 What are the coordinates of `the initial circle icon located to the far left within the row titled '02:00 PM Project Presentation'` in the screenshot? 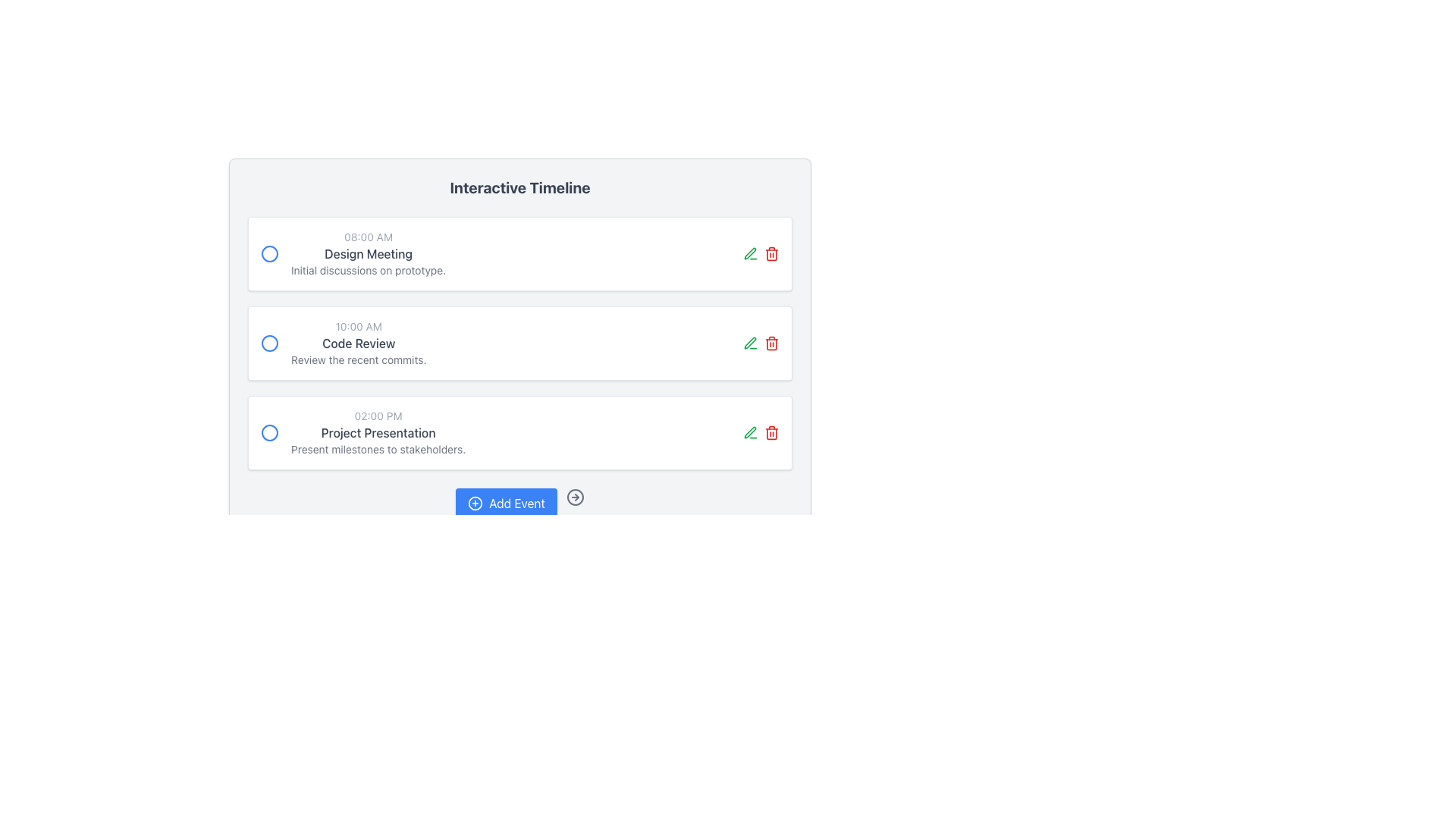 It's located at (269, 432).